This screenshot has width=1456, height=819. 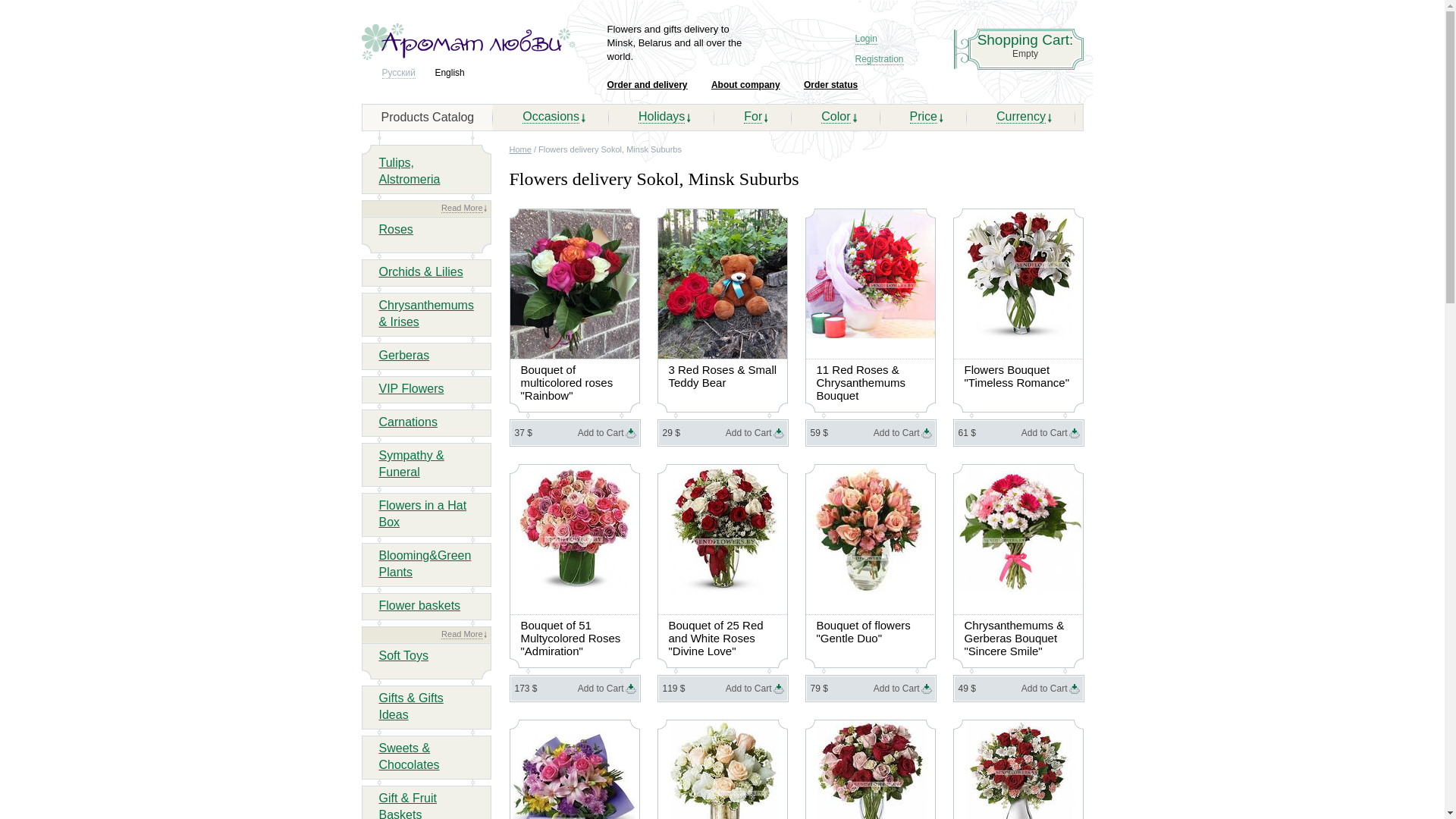 I want to click on 'Price', so click(x=923, y=116).